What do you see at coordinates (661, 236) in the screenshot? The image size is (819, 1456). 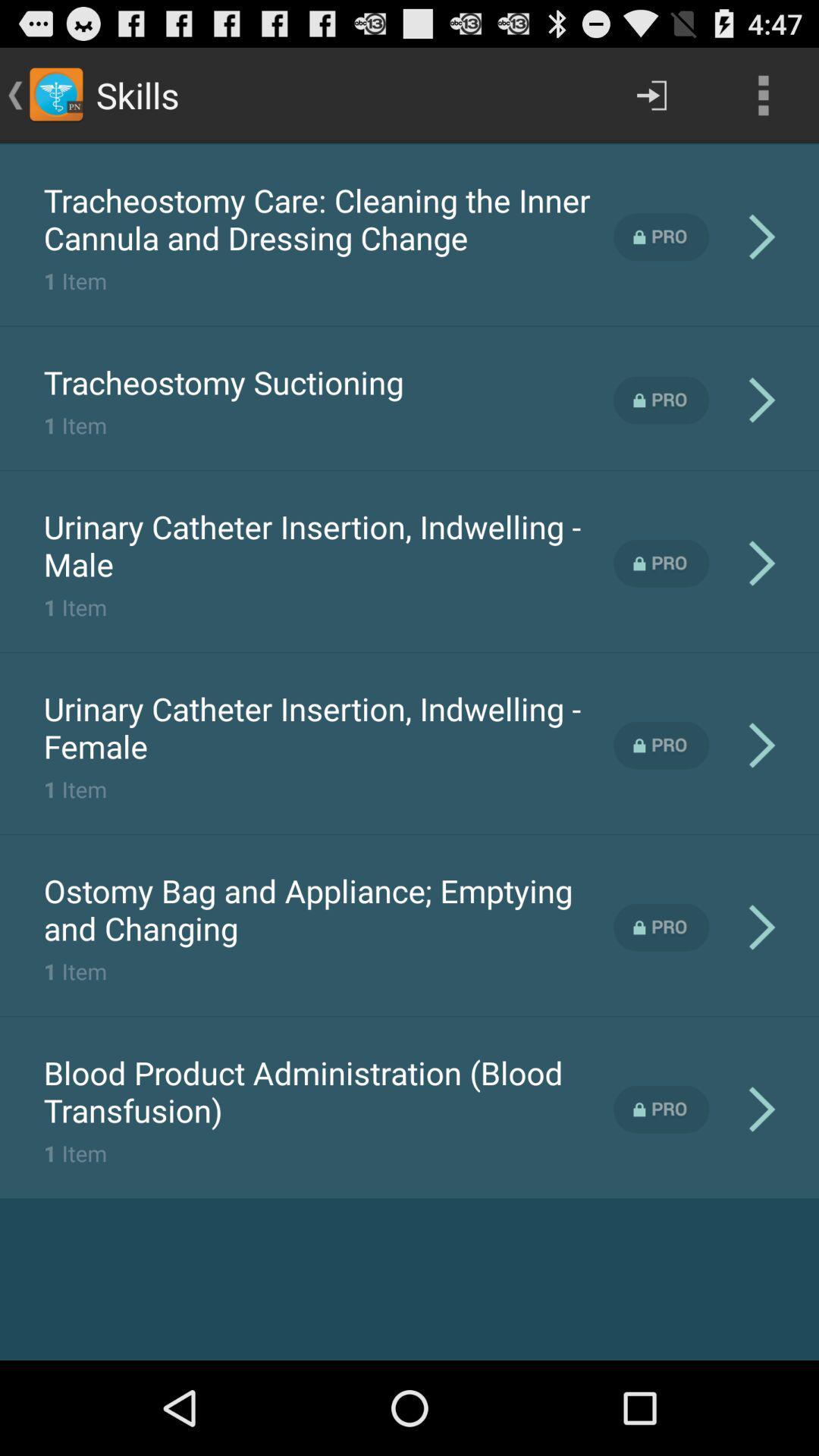 I see `unlock content` at bounding box center [661, 236].